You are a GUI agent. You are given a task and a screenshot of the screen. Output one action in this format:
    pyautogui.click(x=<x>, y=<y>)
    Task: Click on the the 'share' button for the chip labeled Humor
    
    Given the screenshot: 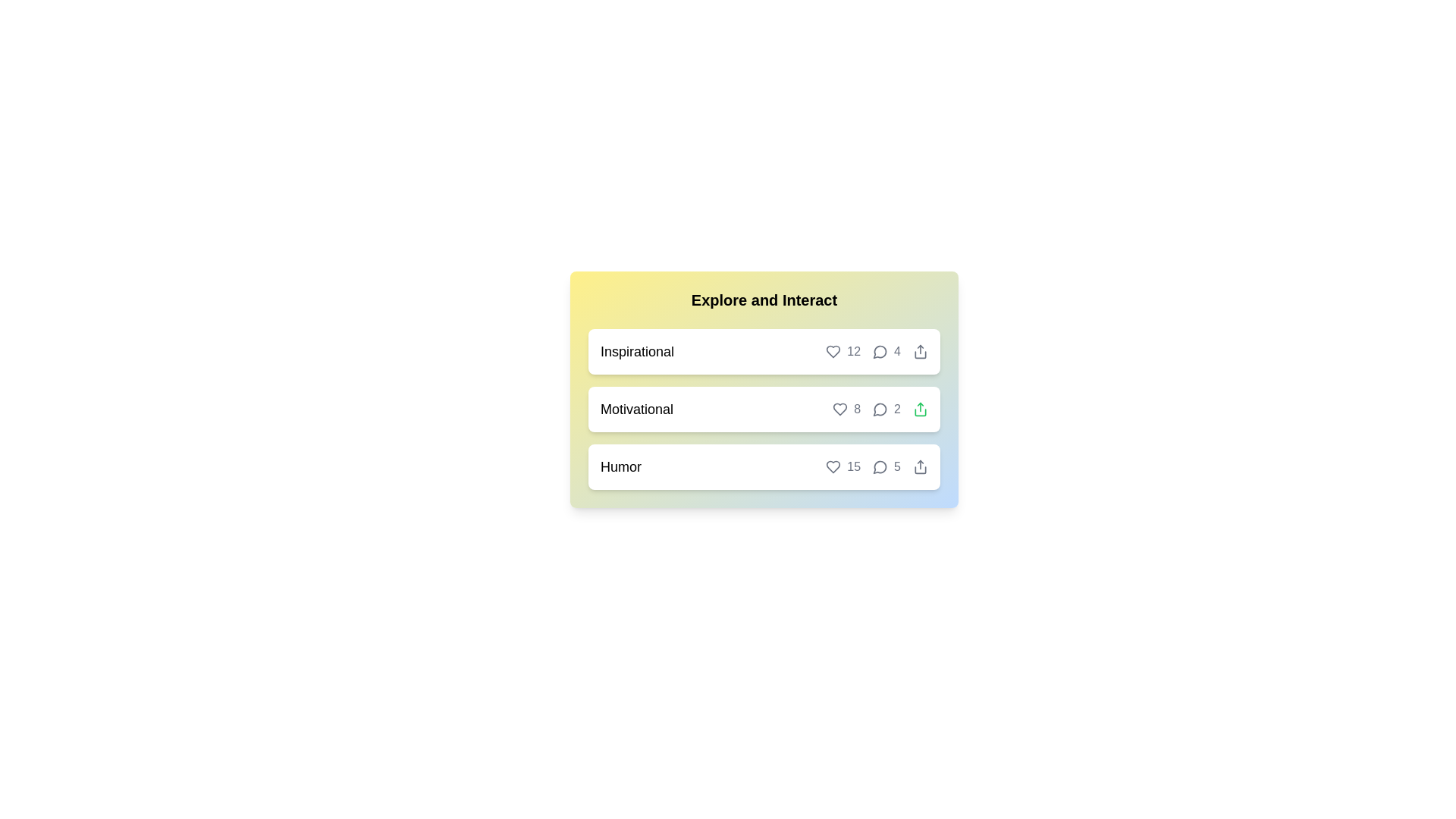 What is the action you would take?
    pyautogui.click(x=920, y=466)
    